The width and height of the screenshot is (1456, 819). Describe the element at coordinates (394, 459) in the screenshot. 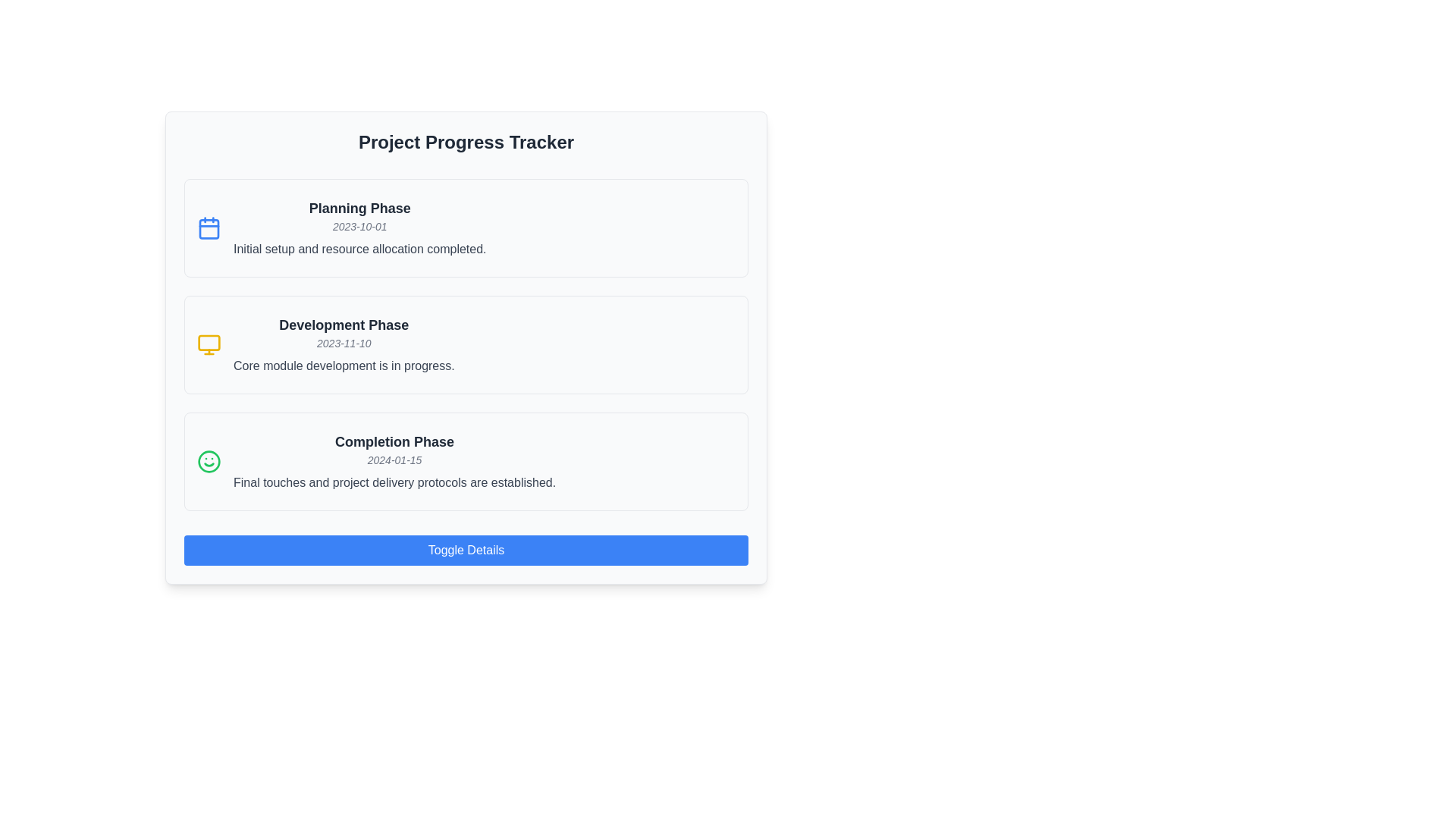

I see `the text element displaying '2024-01-15', which is styled in a small italicized gray font, located below 'Completion Phase' and above the text describing project delivery protocols` at that location.